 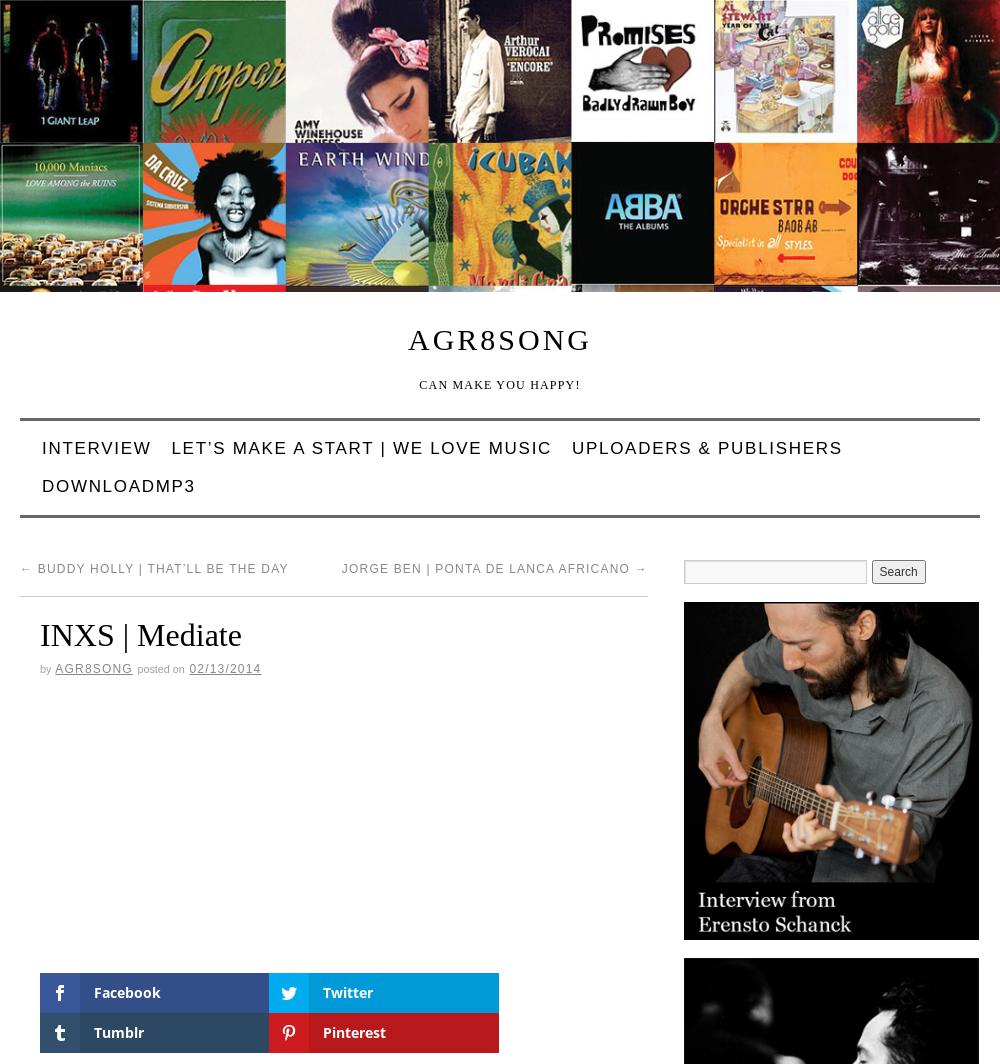 I want to click on 'Jorge Ben | Ponta De Lanca Africano', so click(x=486, y=569).